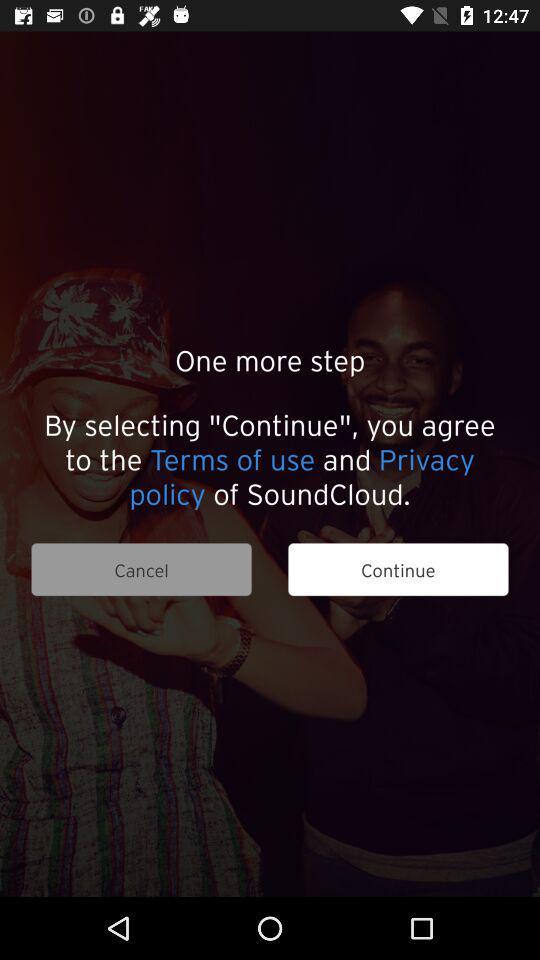  Describe the element at coordinates (140, 569) in the screenshot. I see `the item to the left of continue` at that location.